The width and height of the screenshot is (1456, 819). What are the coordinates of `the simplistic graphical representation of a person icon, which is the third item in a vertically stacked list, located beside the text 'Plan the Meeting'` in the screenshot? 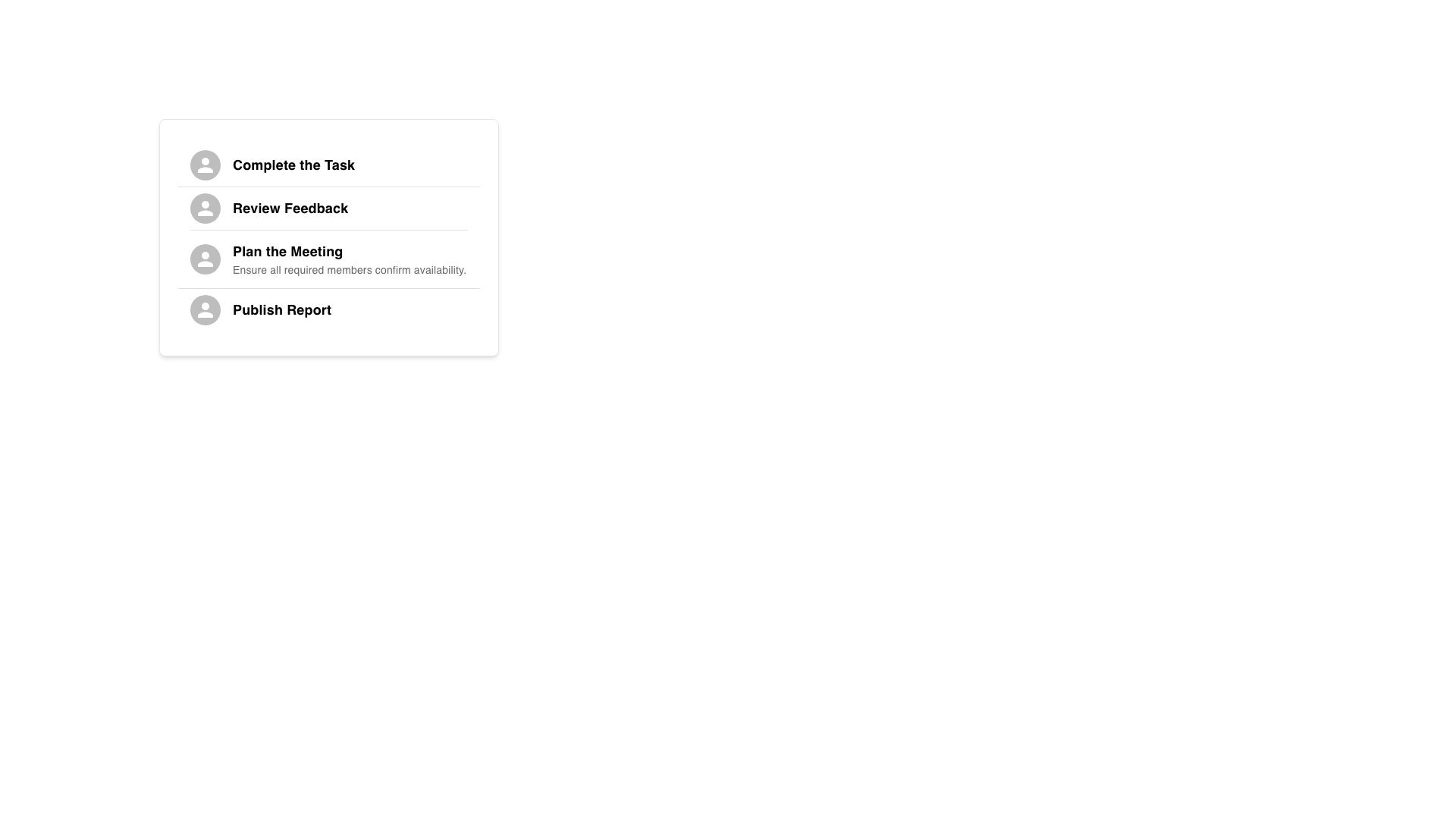 It's located at (204, 309).